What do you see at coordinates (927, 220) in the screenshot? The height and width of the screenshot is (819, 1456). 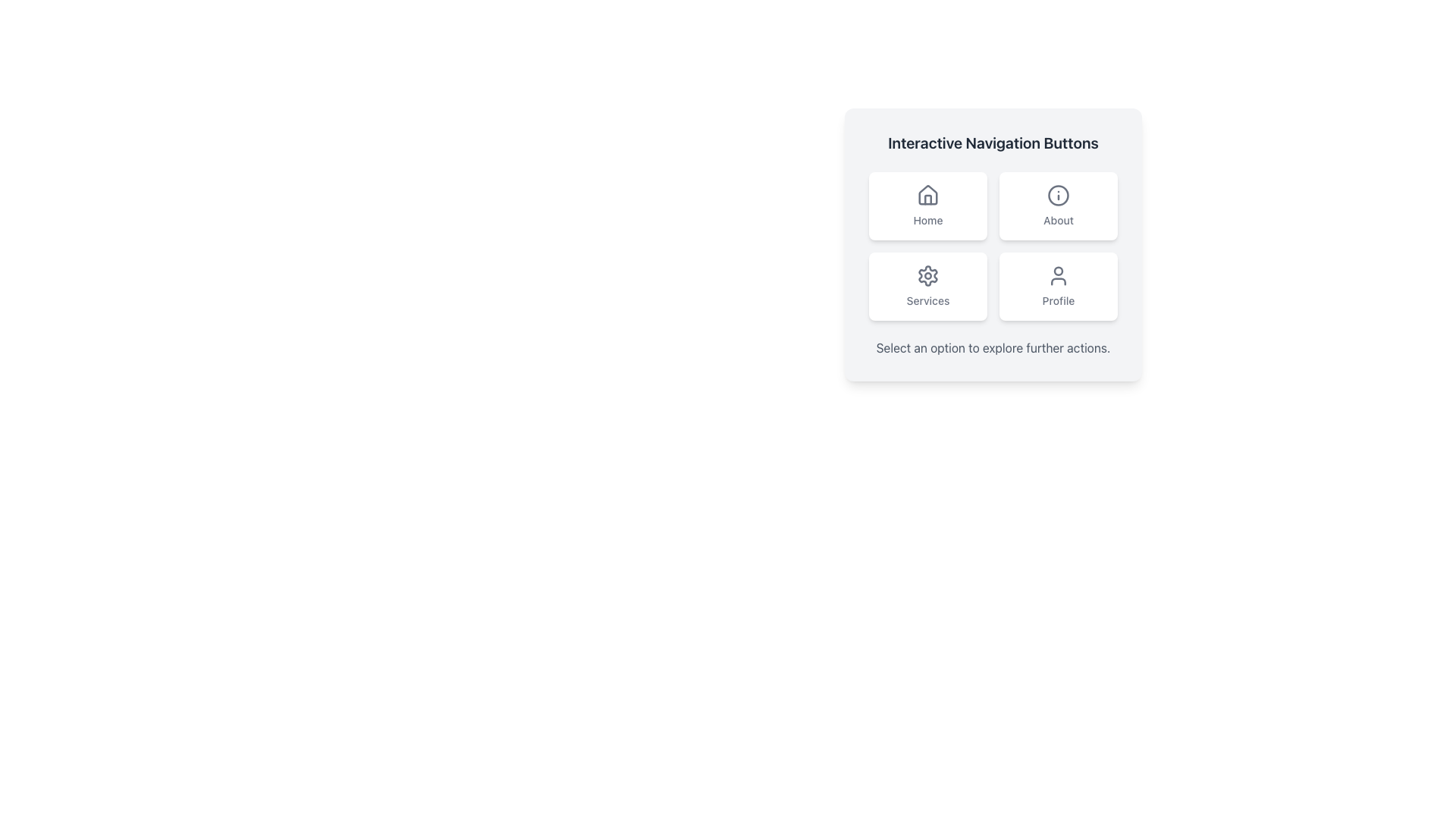 I see `the 'Home' text label in the navigation interface, which is located beneath the house icon in the card labeled 'Interactive Navigation Buttons'` at bounding box center [927, 220].